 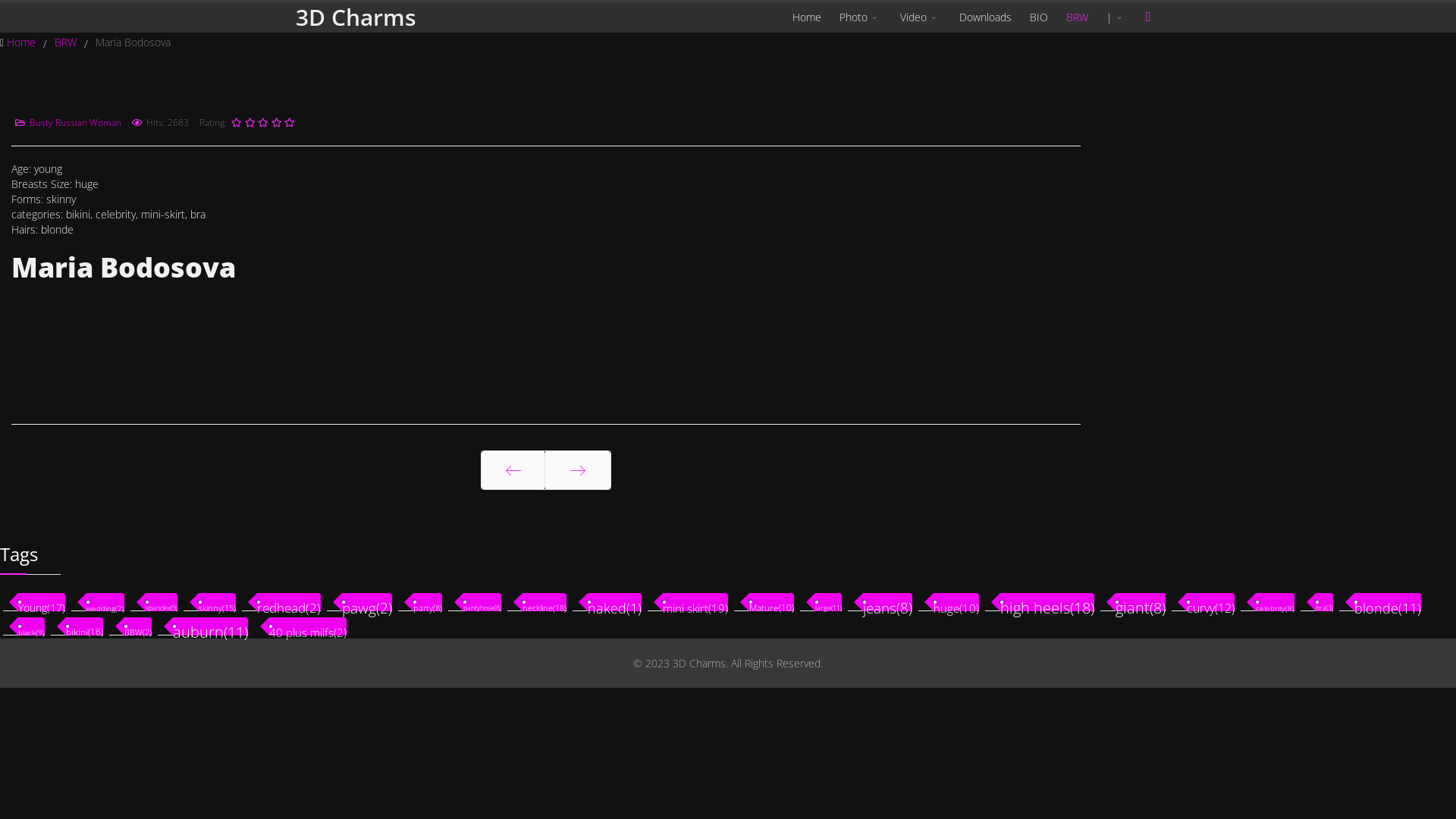 What do you see at coordinates (66, 41) in the screenshot?
I see `'BRW'` at bounding box center [66, 41].